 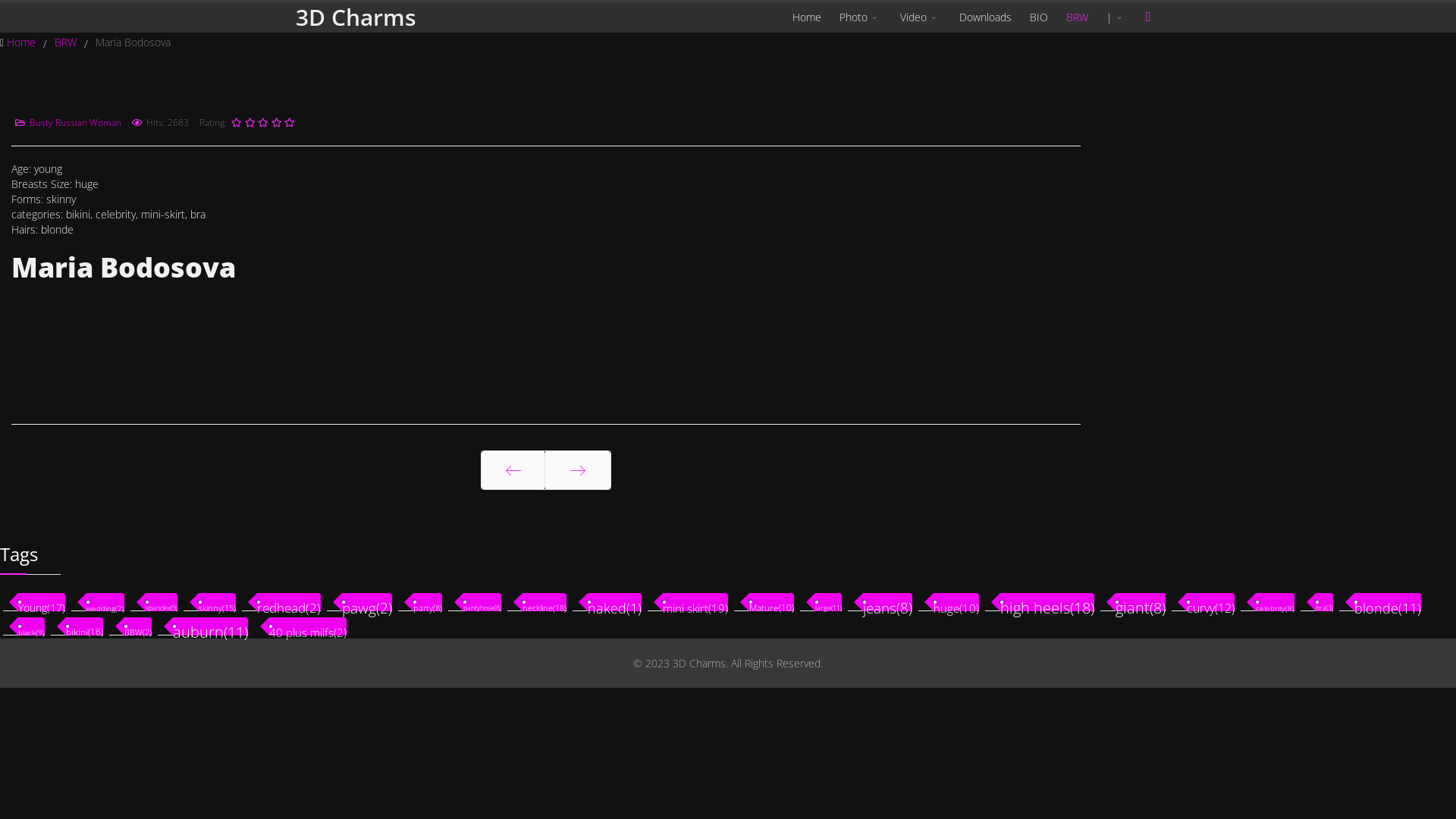 What do you see at coordinates (66, 41) in the screenshot?
I see `'BRW'` at bounding box center [66, 41].